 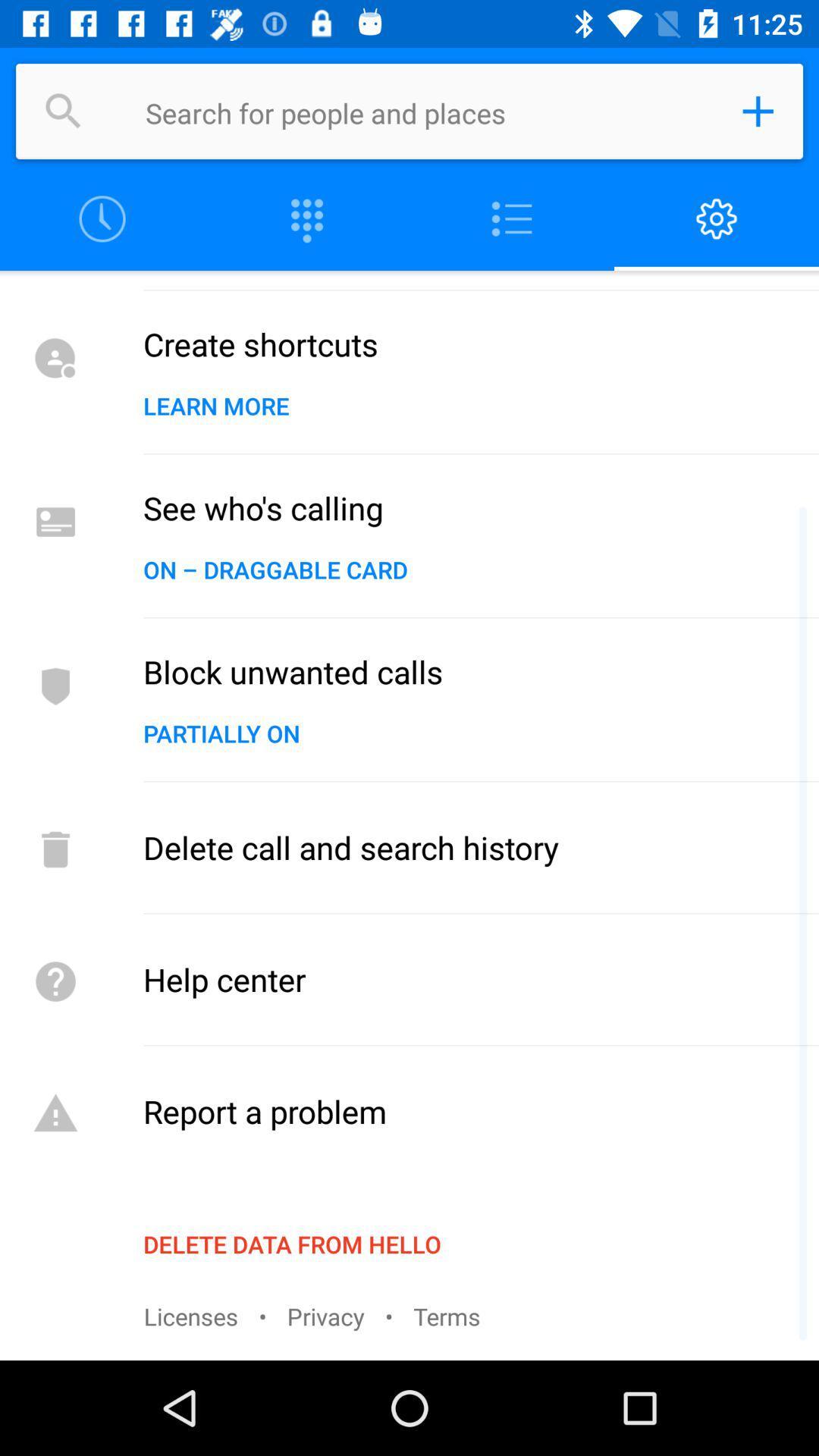 I want to click on the list icon, so click(x=512, y=218).